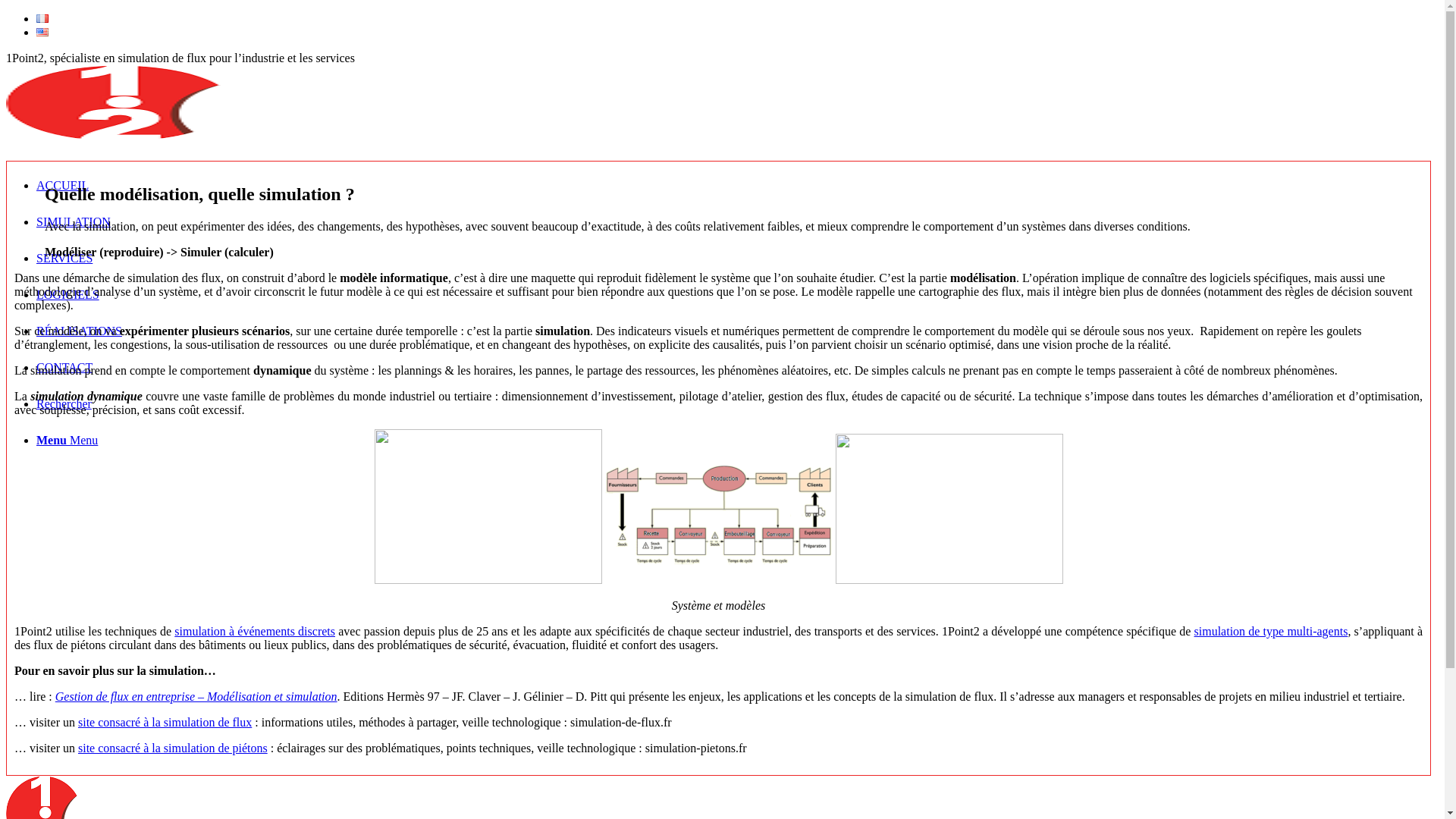 This screenshot has width=1456, height=819. What do you see at coordinates (66, 440) in the screenshot?
I see `'Menu Menu'` at bounding box center [66, 440].